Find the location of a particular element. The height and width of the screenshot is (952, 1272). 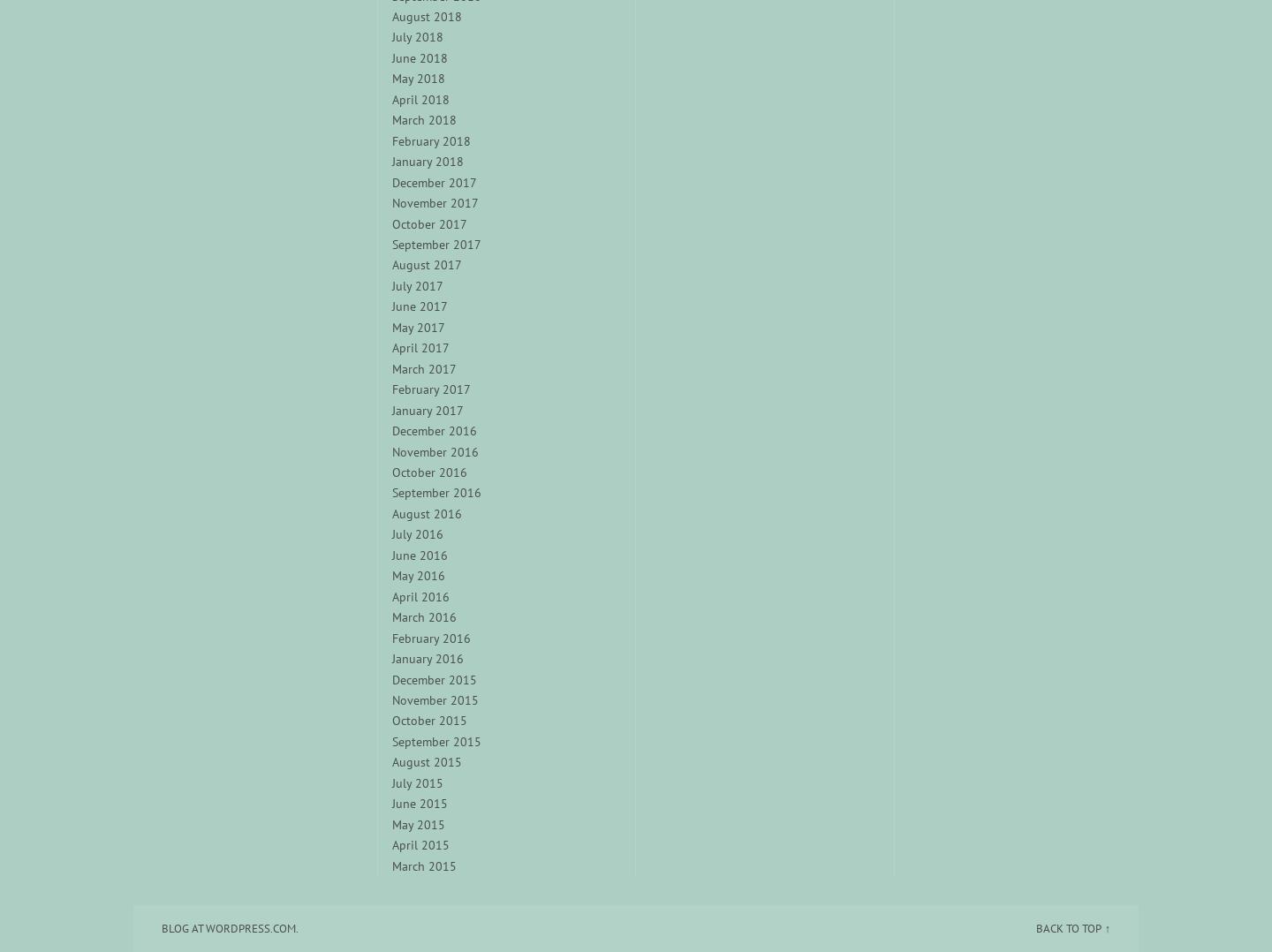

'February 2017' is located at coordinates (429, 389).